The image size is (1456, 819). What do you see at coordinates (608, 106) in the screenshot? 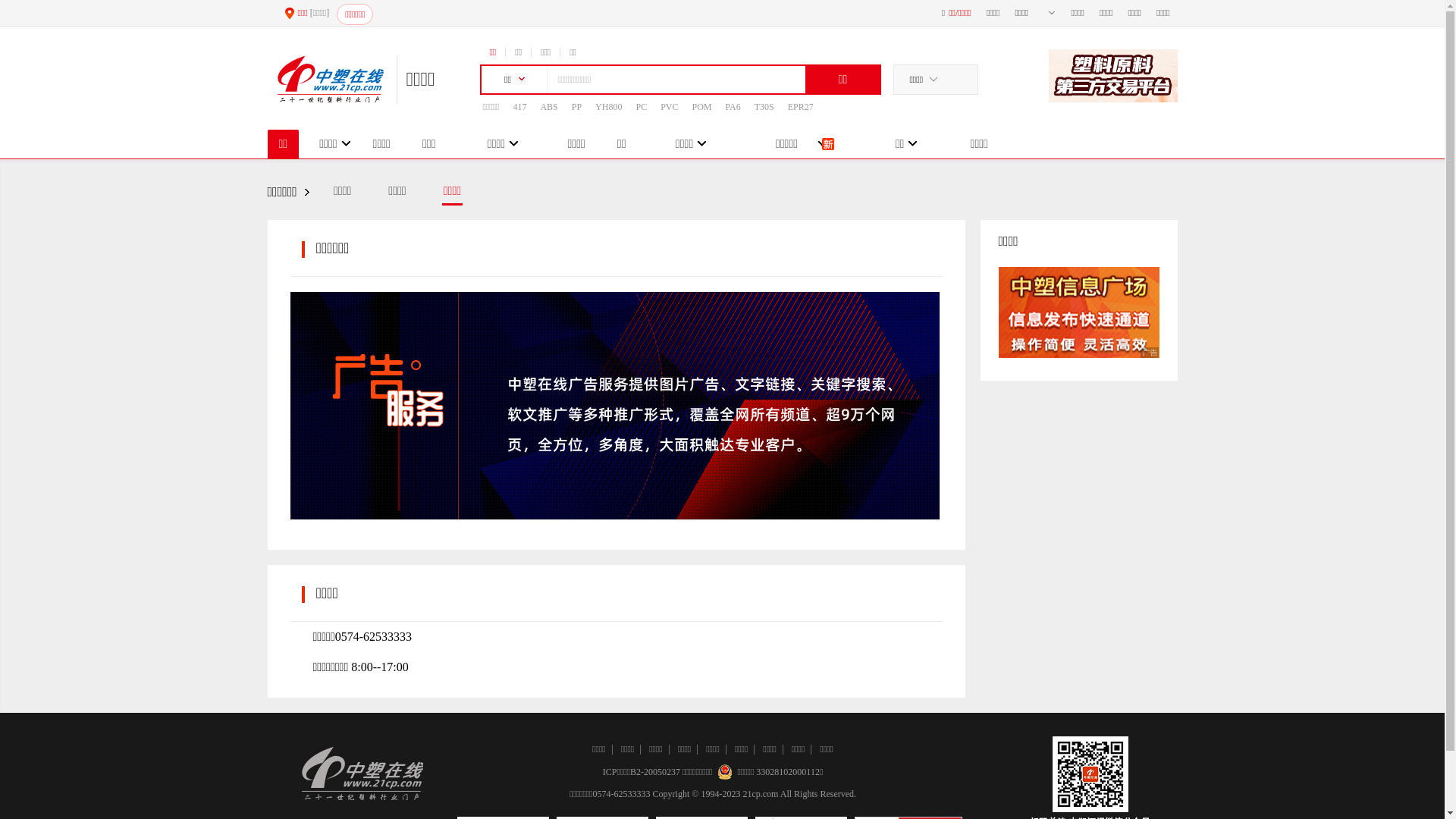
I see `'YH800'` at bounding box center [608, 106].